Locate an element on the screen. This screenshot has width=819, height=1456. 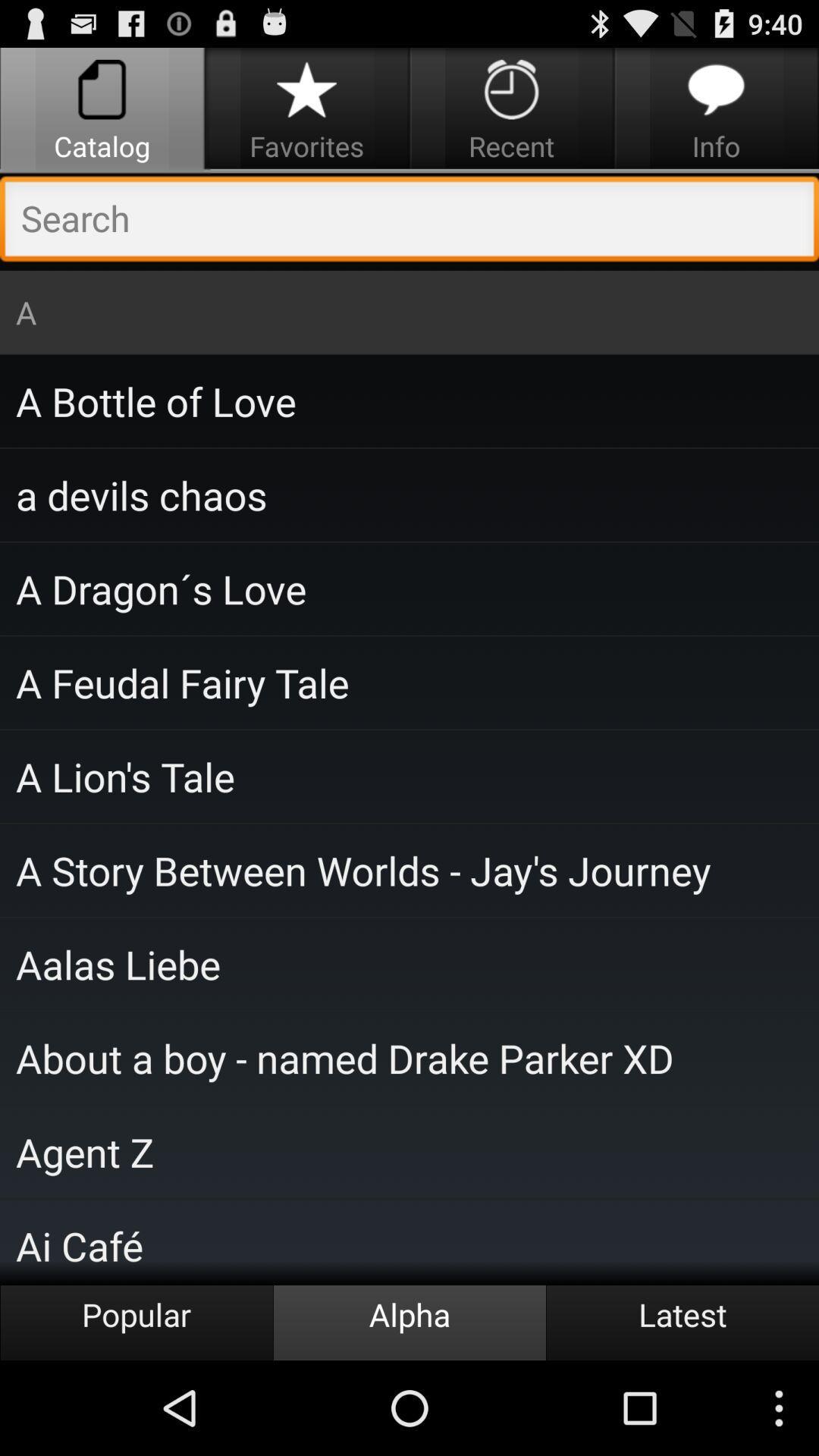
icon above popular icon is located at coordinates (409, 1241).